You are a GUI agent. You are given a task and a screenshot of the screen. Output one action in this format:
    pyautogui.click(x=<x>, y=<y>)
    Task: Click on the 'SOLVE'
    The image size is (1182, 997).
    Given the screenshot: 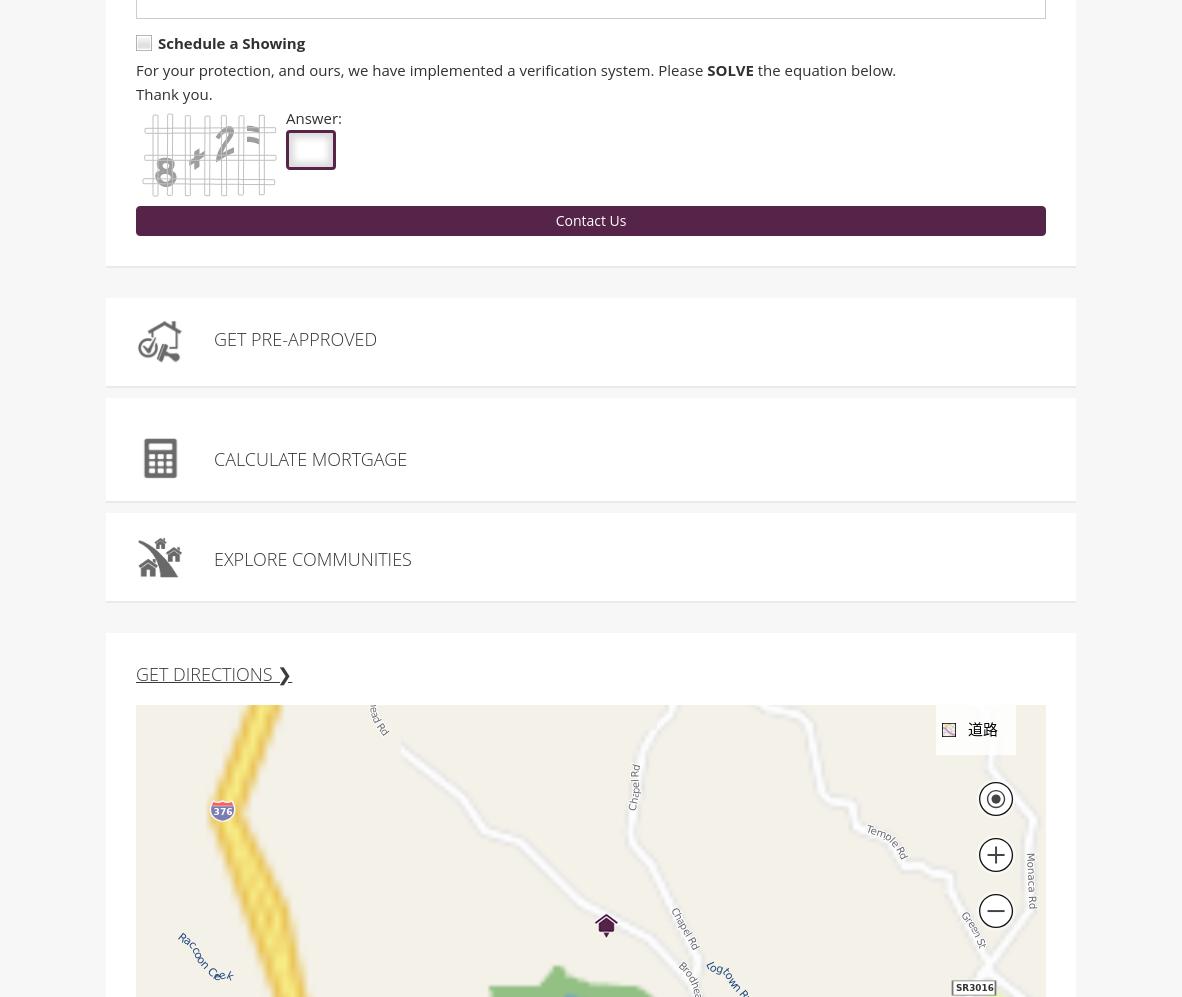 What is the action you would take?
    pyautogui.click(x=730, y=71)
    